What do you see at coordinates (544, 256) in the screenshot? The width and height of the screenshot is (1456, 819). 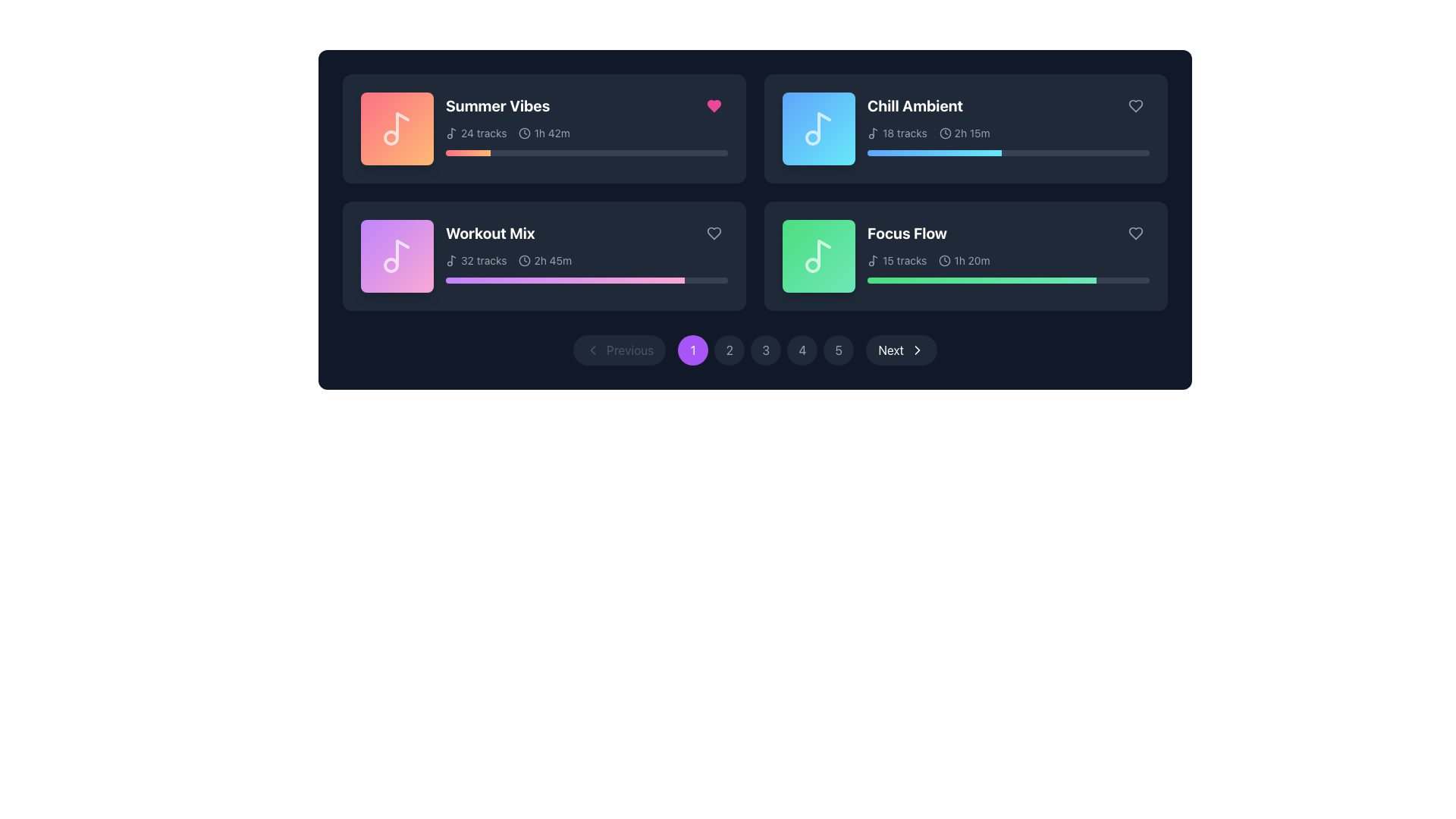 I see `the Card component that provides information about a playlist, which is located` at bounding box center [544, 256].